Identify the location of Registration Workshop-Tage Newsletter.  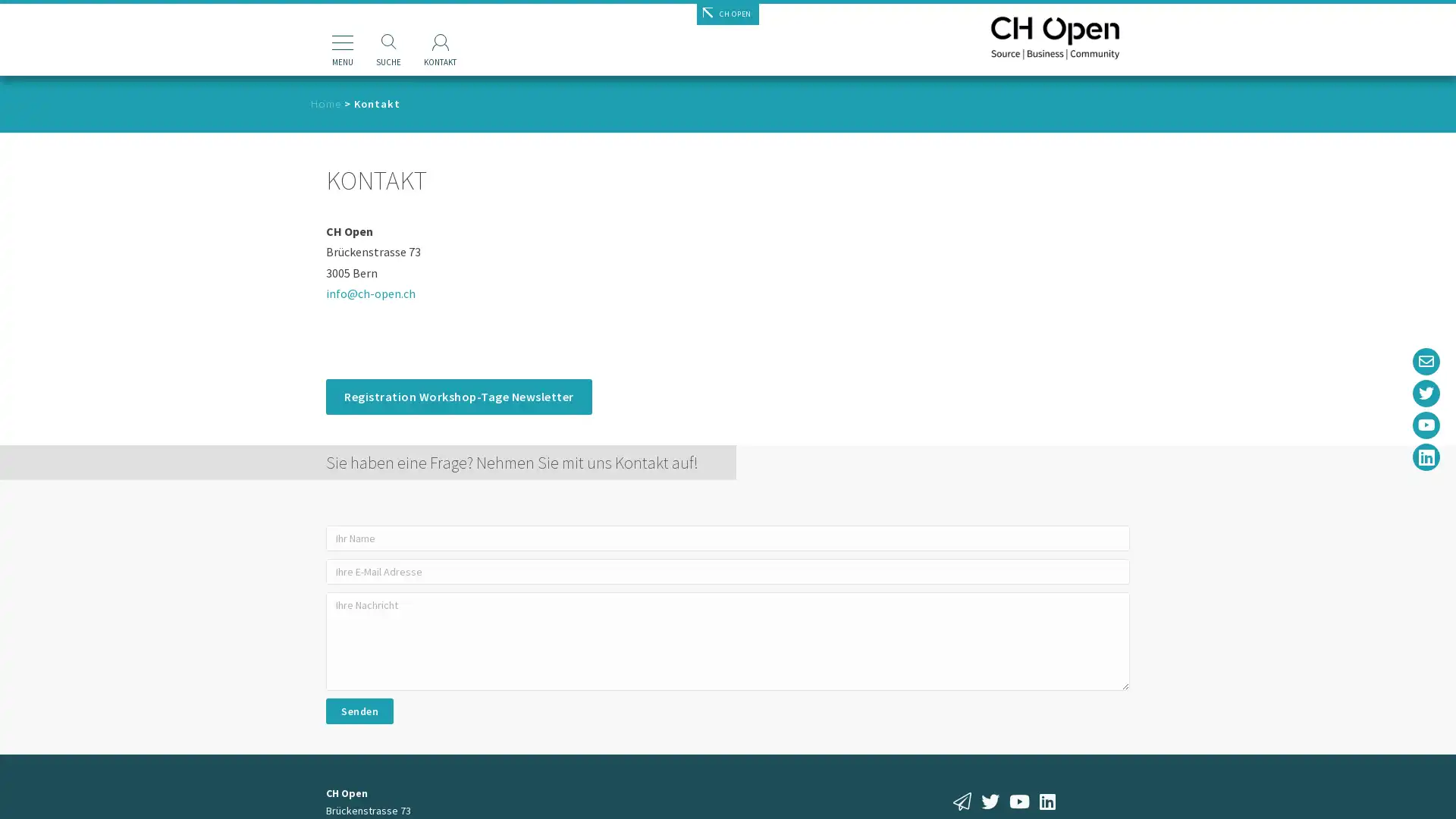
(457, 396).